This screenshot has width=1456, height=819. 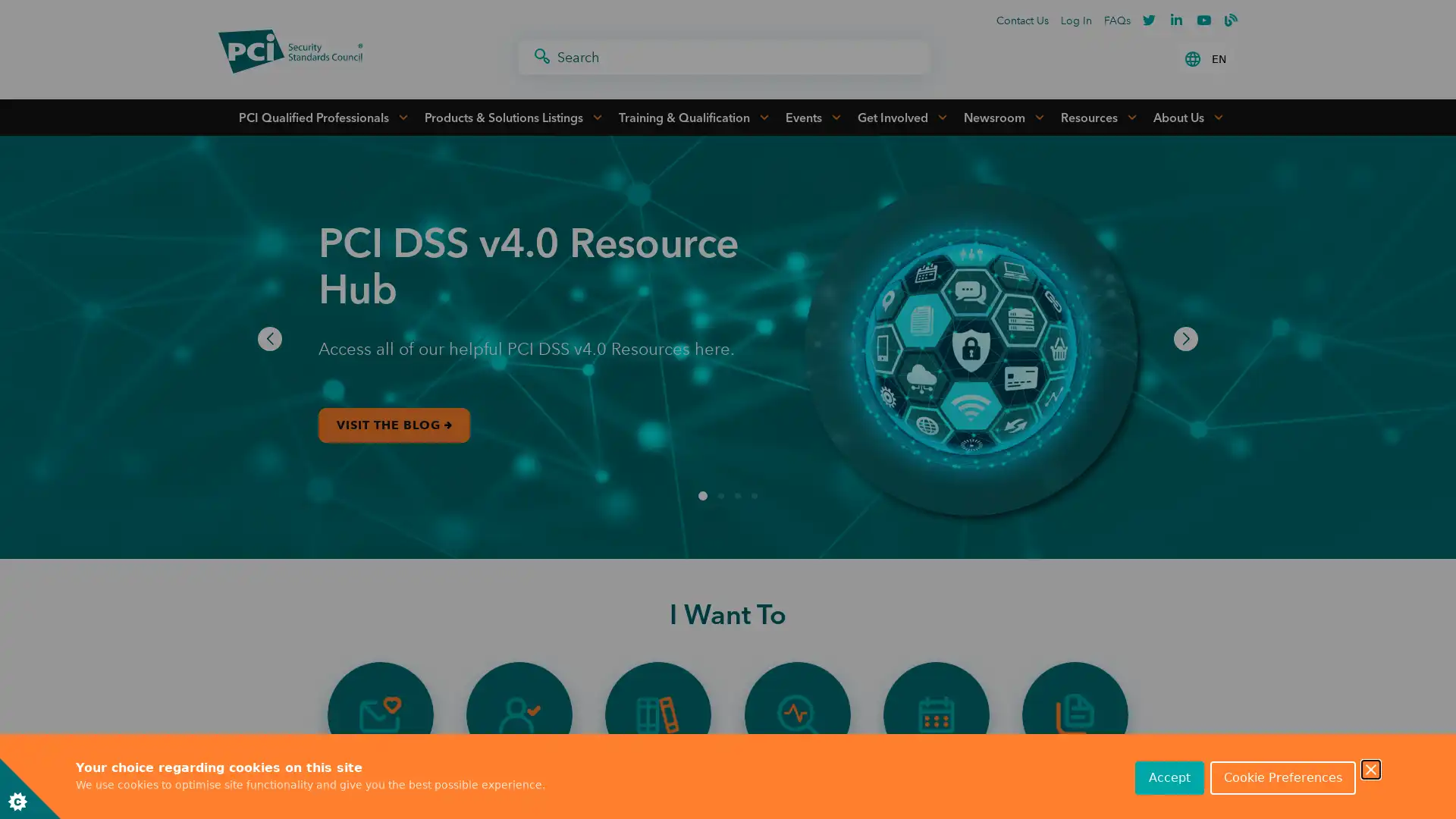 What do you see at coordinates (754, 496) in the screenshot?
I see `Go to slide 4` at bounding box center [754, 496].